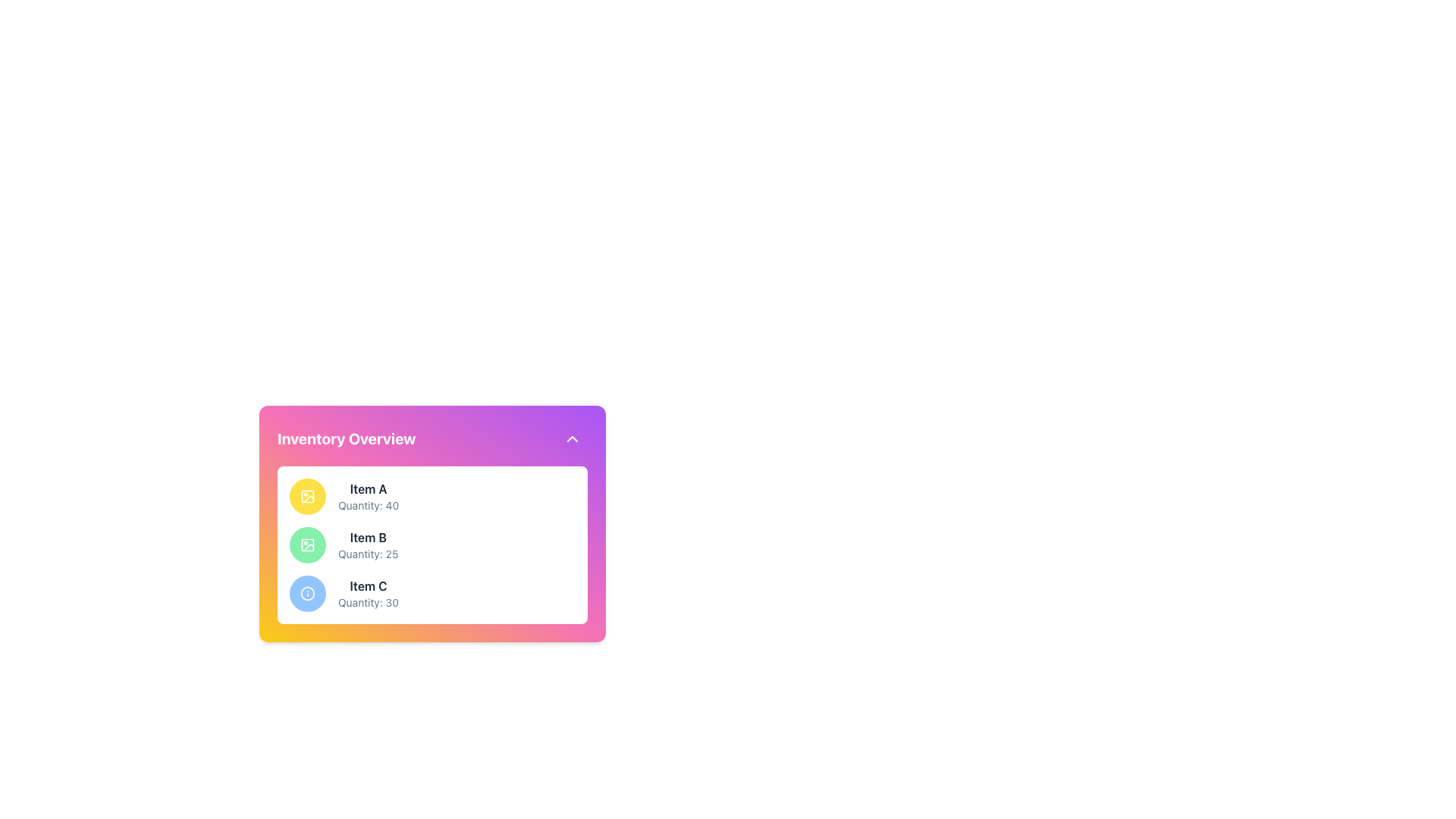 The image size is (1456, 819). I want to click on the circular graphic icon representing 'Item C' in the Inventory Overview, which is the third icon in the vertical list, so click(307, 593).